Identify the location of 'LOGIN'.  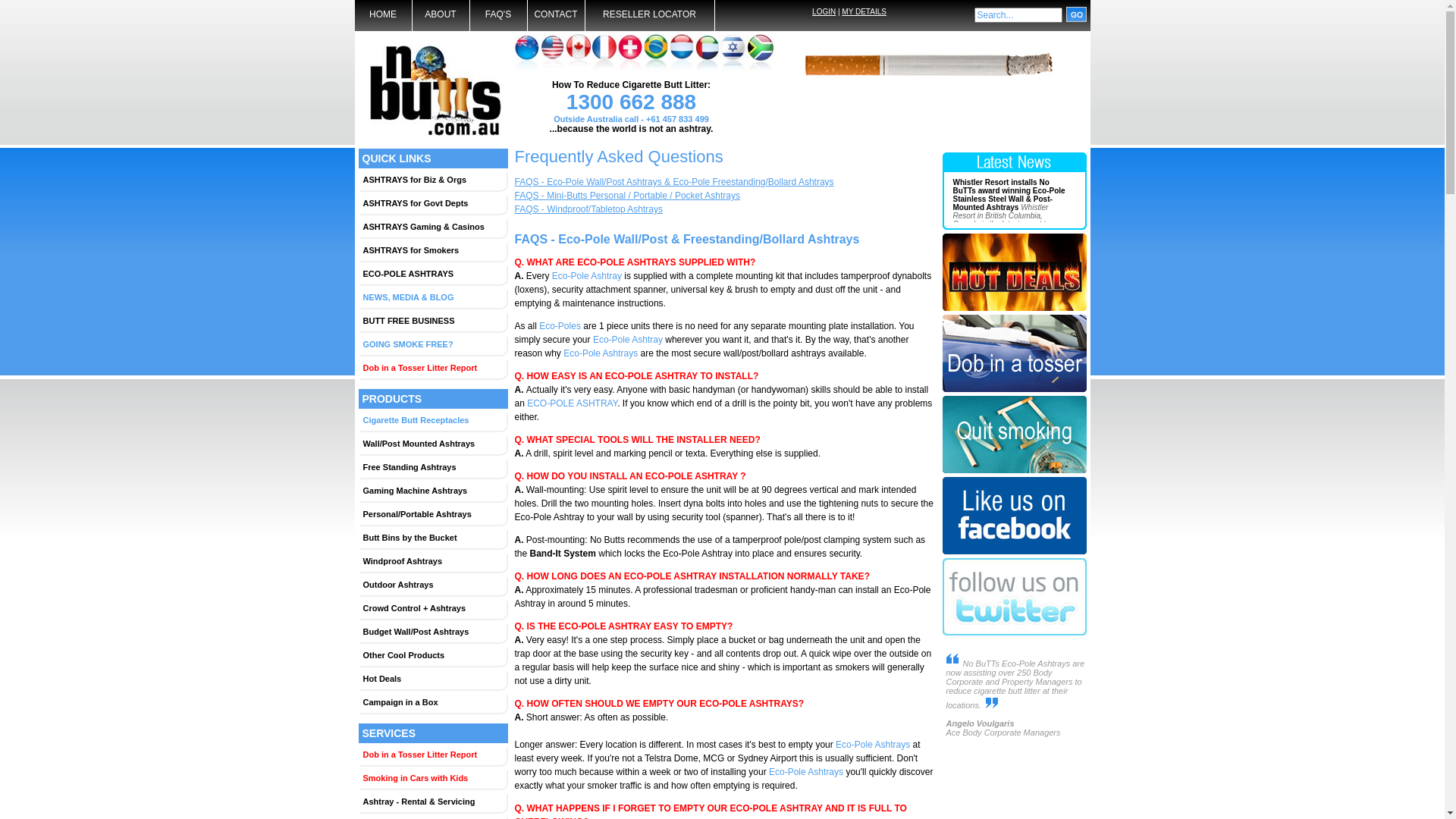
(823, 11).